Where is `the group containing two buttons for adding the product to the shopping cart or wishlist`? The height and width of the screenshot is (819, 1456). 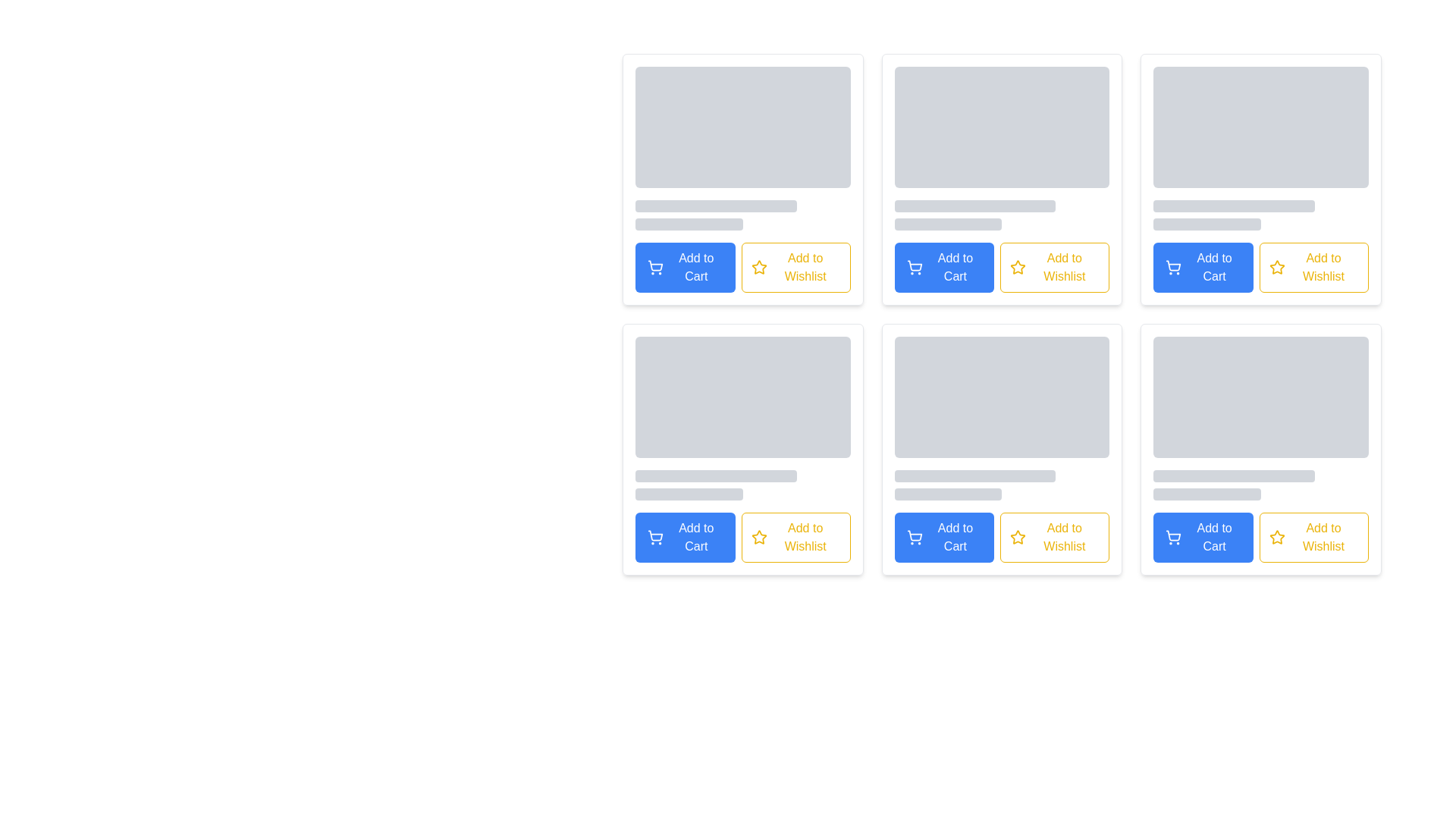 the group containing two buttons for adding the product to the shopping cart or wishlist is located at coordinates (1261, 267).